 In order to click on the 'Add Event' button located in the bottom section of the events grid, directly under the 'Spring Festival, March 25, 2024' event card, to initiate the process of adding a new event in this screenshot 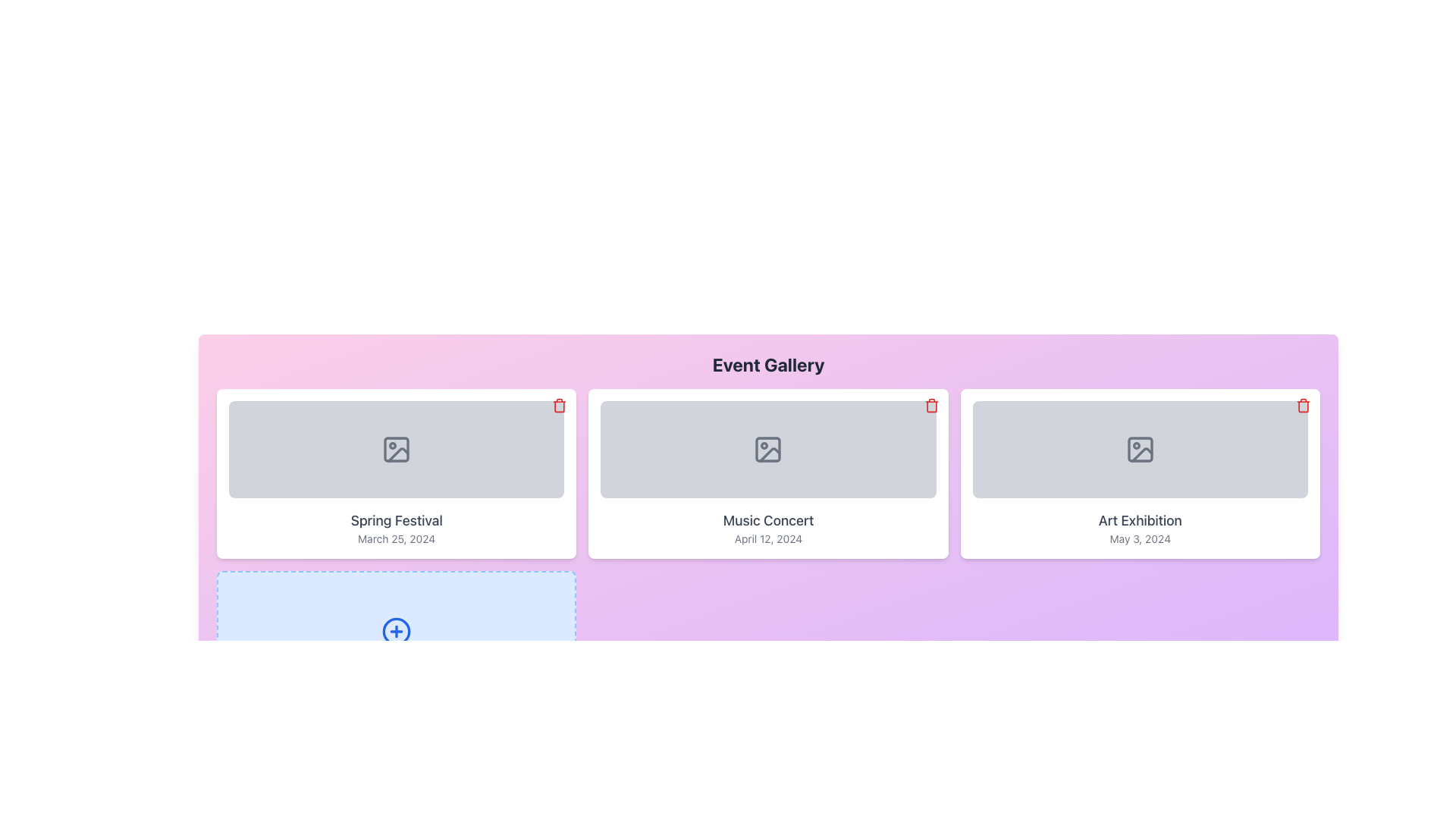, I will do `click(397, 643)`.